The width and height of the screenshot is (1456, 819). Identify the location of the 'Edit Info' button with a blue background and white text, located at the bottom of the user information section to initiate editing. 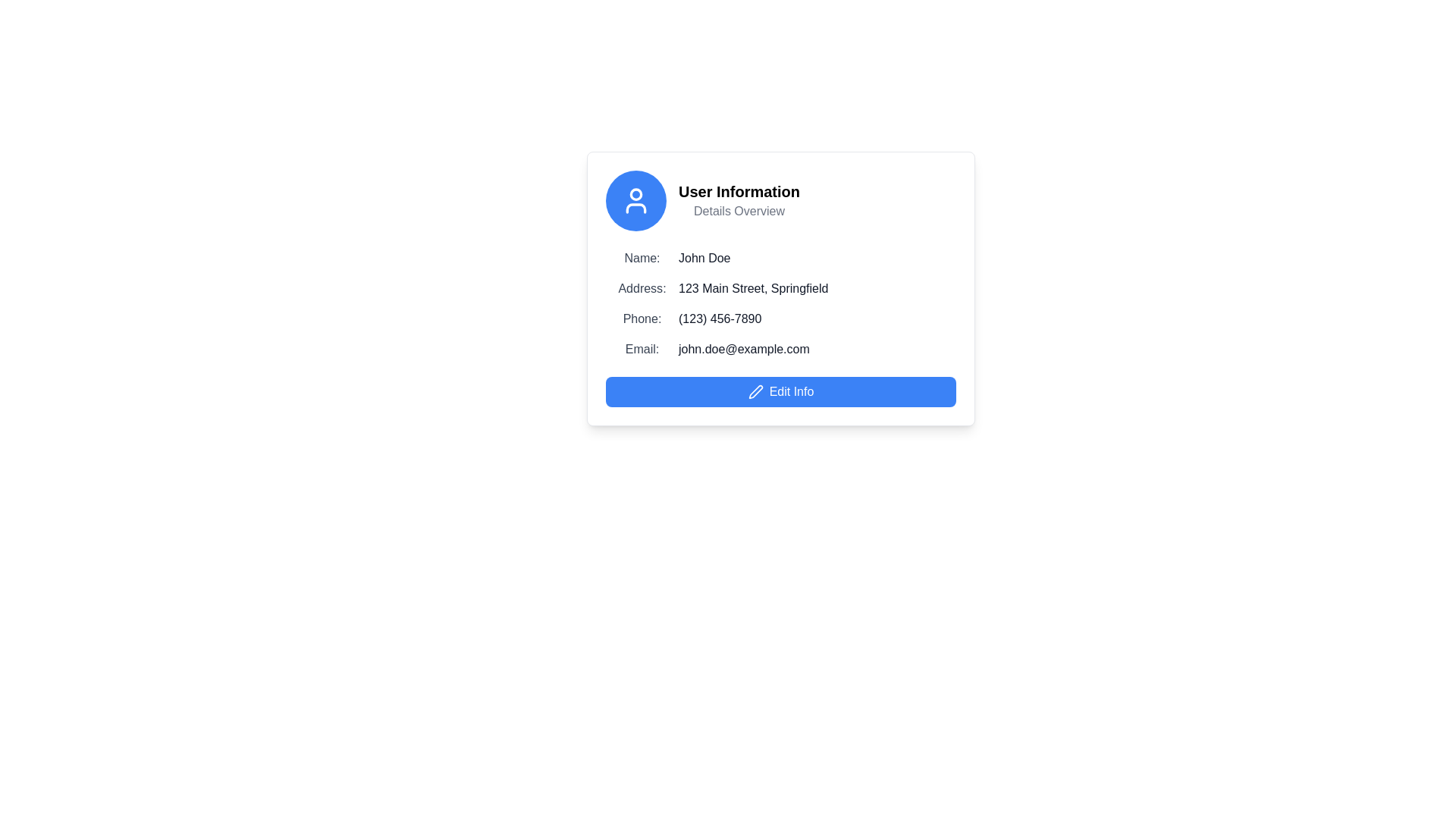
(781, 391).